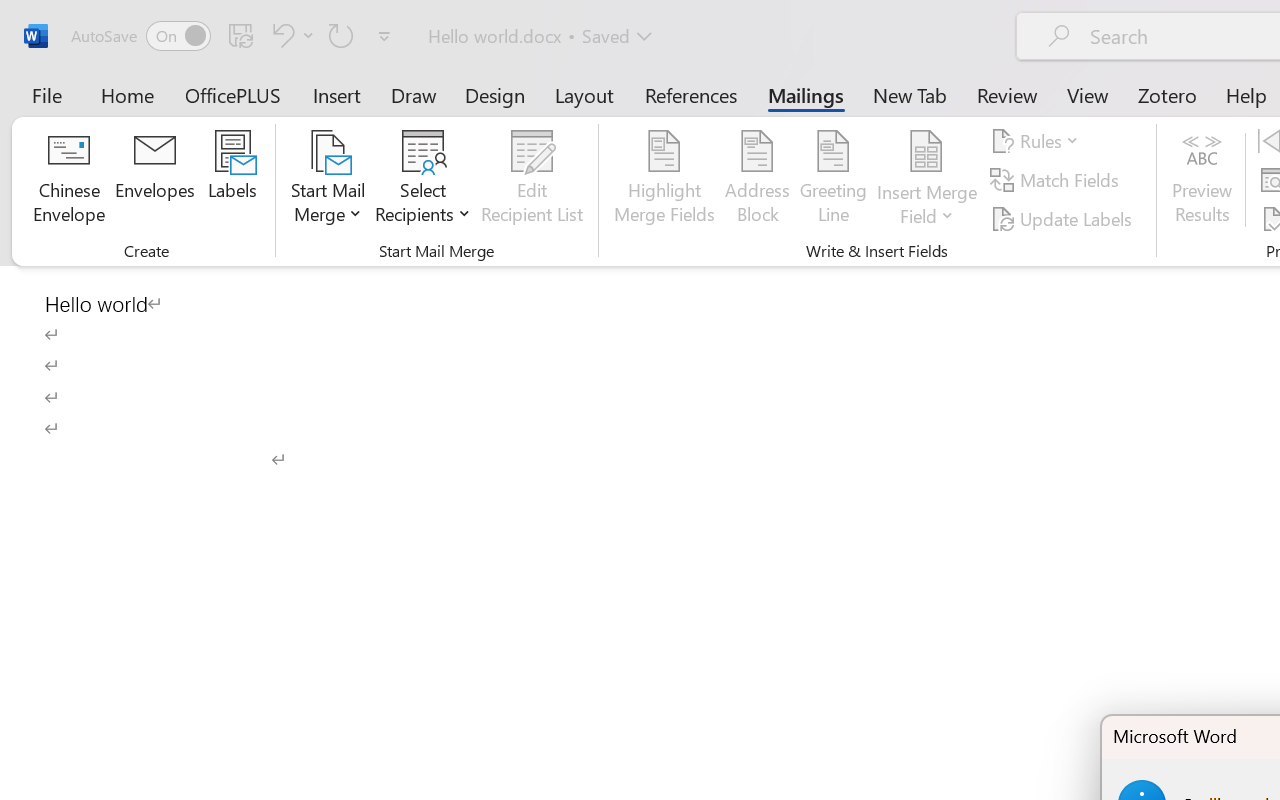 The height and width of the screenshot is (800, 1280). What do you see at coordinates (337, 94) in the screenshot?
I see `'Insert'` at bounding box center [337, 94].